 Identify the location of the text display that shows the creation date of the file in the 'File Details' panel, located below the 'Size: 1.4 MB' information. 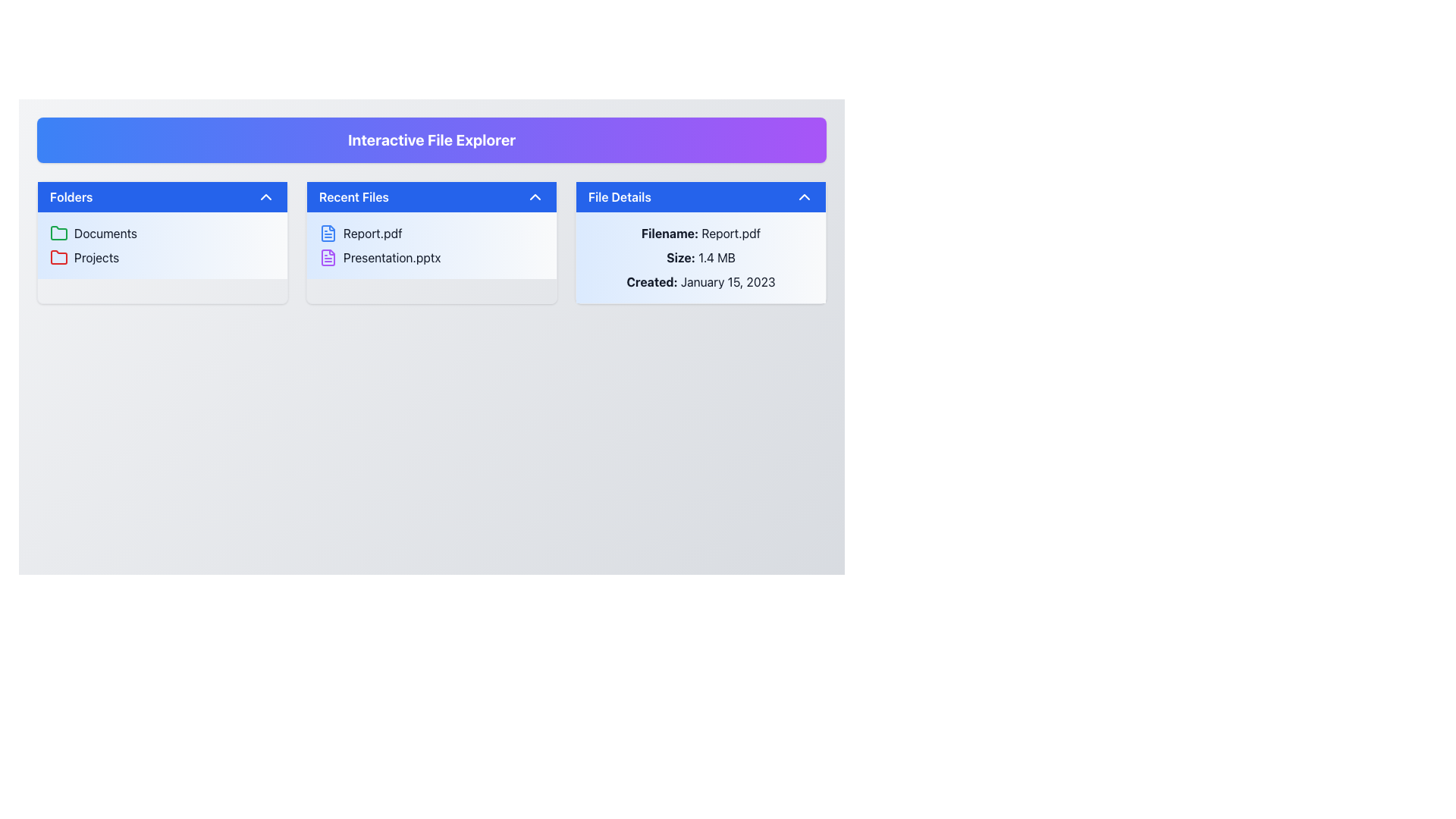
(700, 281).